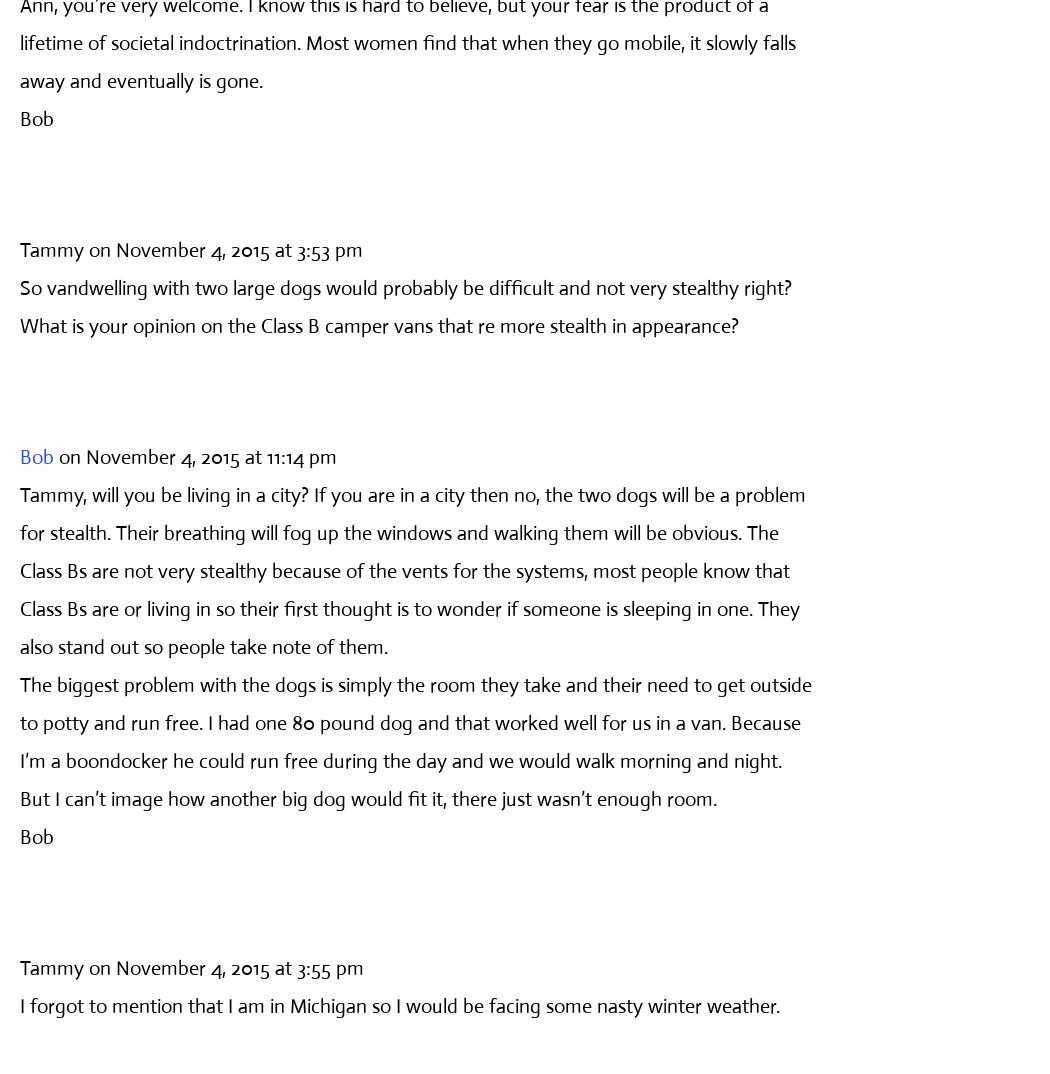 This screenshot has height=1074, width=1050. I want to click on 'on November 4, 2015 at 3:55 pm', so click(226, 966).